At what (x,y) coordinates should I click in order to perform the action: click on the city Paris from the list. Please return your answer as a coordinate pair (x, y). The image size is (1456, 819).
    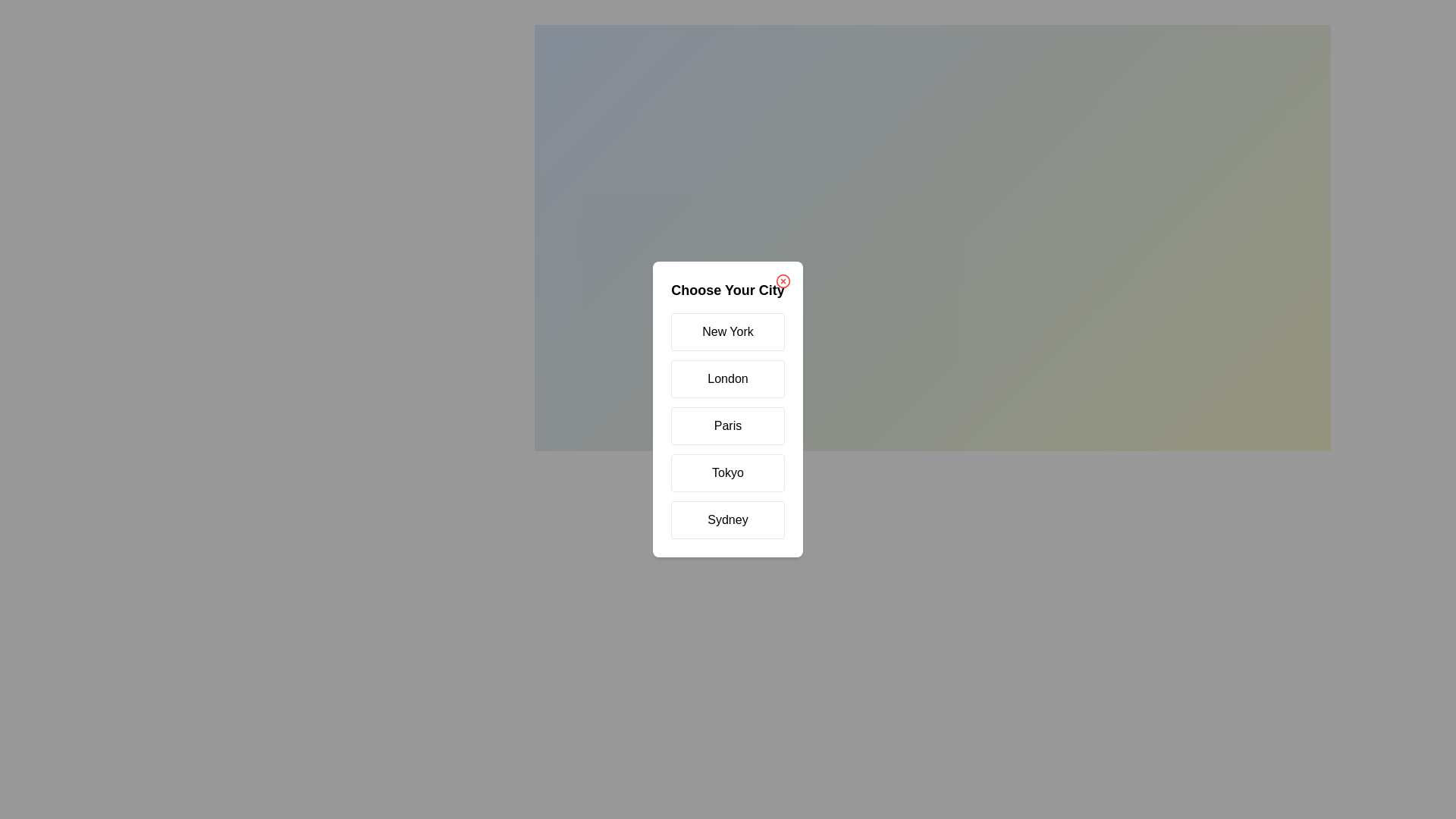
    Looking at the image, I should click on (728, 426).